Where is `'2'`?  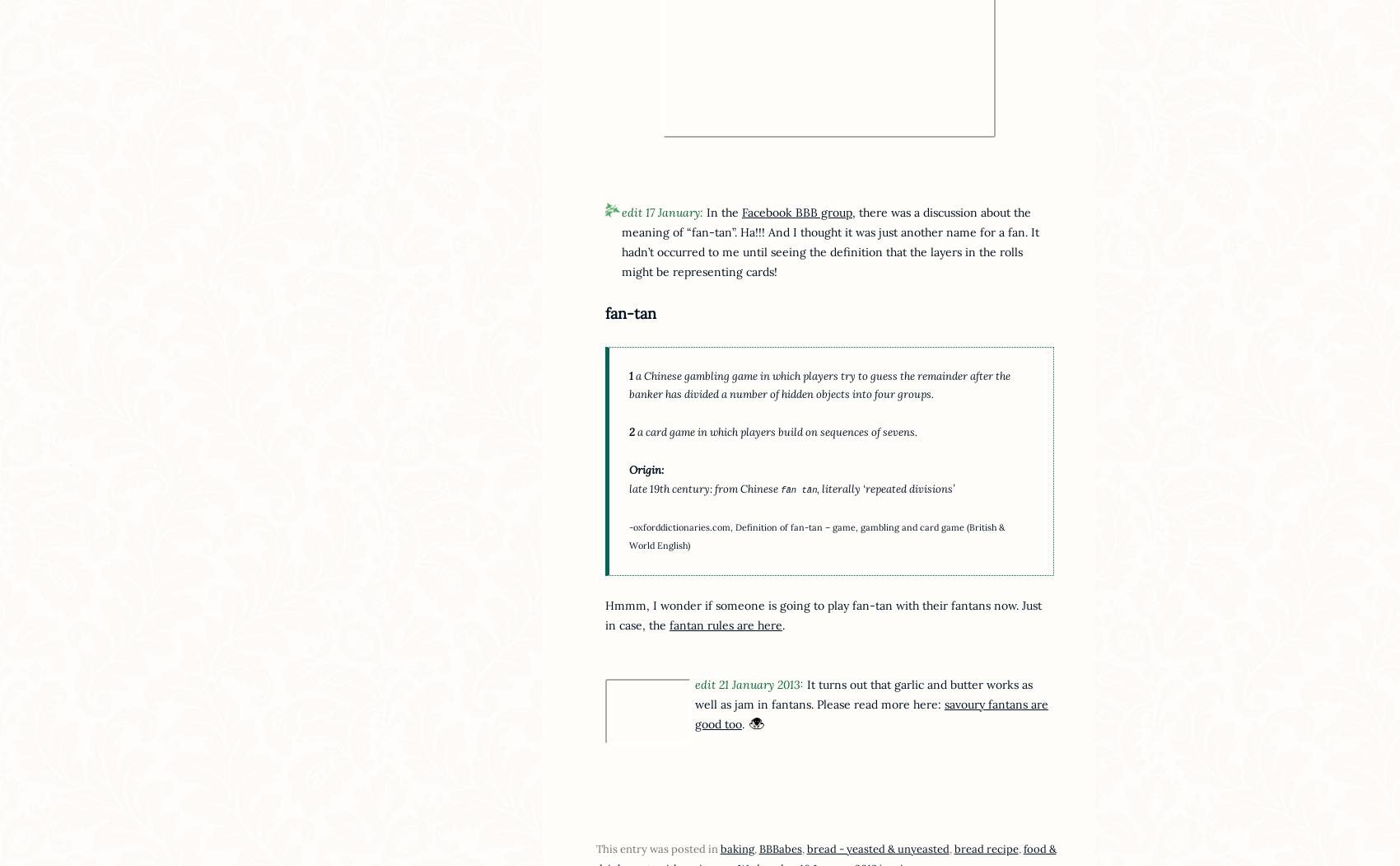 '2' is located at coordinates (628, 432).